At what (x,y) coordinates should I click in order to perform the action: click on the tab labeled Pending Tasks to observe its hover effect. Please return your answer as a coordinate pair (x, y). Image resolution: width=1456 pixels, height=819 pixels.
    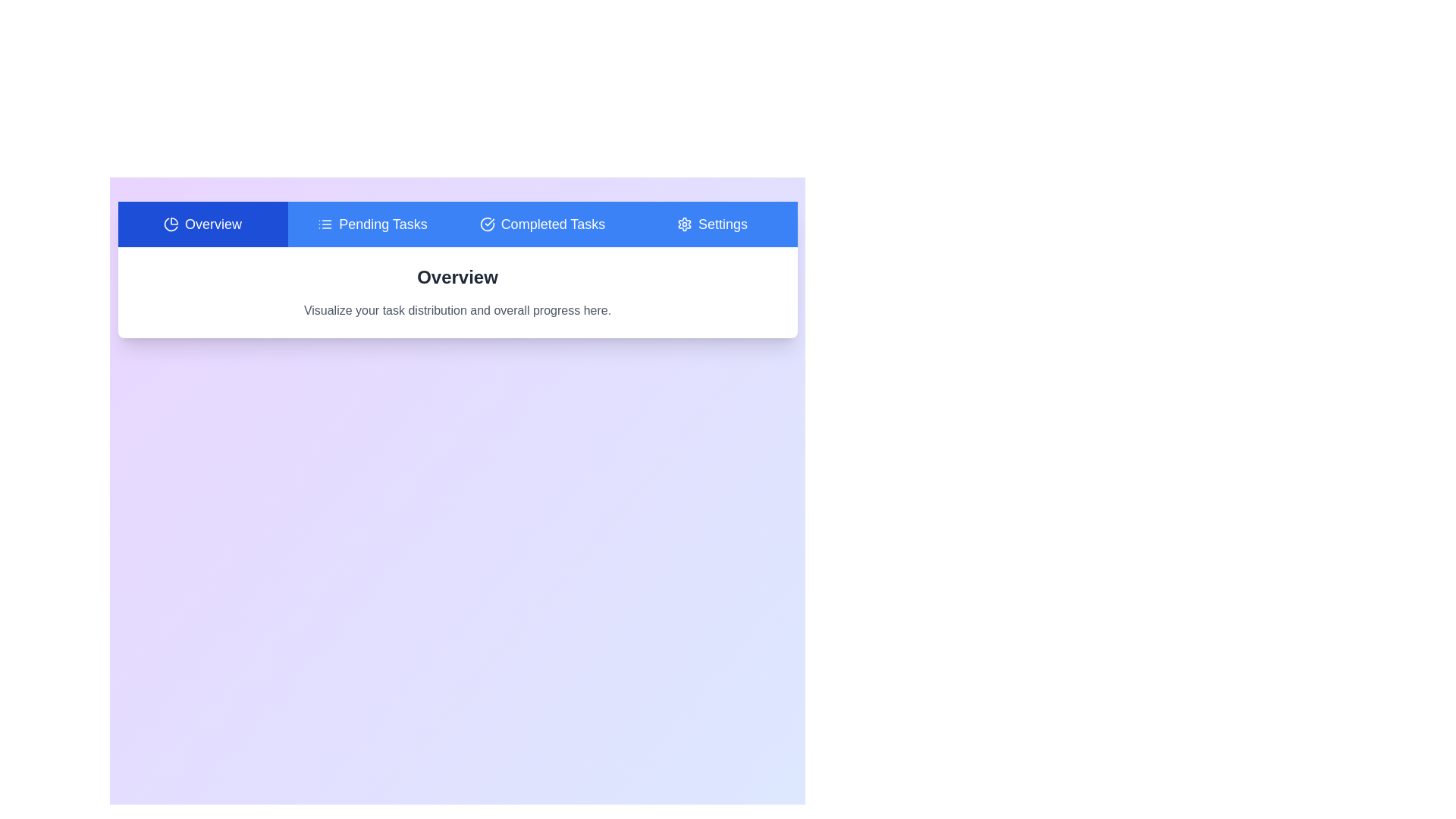
    Looking at the image, I should click on (372, 224).